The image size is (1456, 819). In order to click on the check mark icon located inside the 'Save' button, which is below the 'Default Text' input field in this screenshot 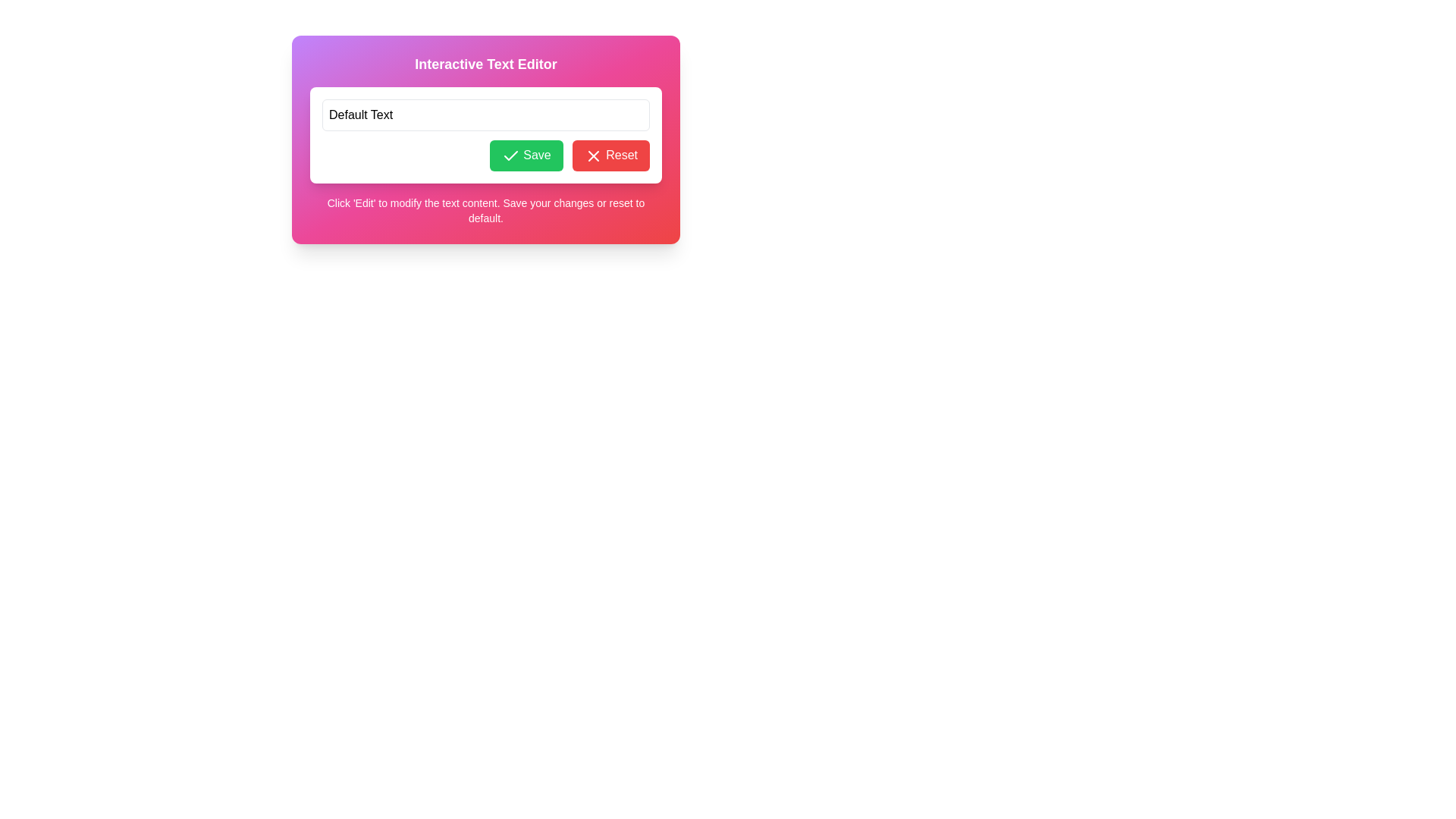, I will do `click(510, 155)`.